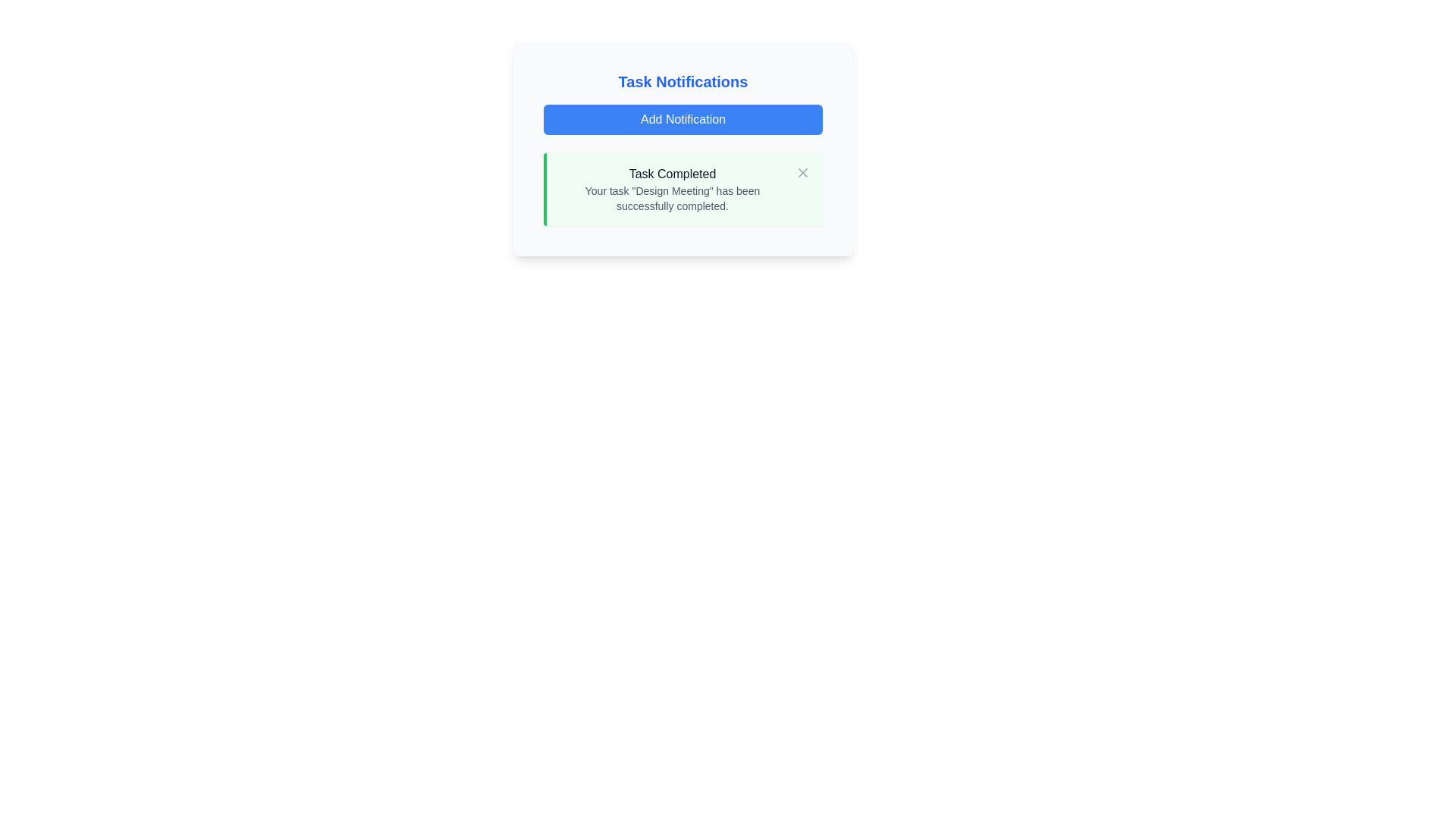 The height and width of the screenshot is (819, 1456). I want to click on information from the text block that communicates the successful completion of the 'Design Meeting' task, located at the top center of a box styled with a green left border and light green background, so click(672, 189).